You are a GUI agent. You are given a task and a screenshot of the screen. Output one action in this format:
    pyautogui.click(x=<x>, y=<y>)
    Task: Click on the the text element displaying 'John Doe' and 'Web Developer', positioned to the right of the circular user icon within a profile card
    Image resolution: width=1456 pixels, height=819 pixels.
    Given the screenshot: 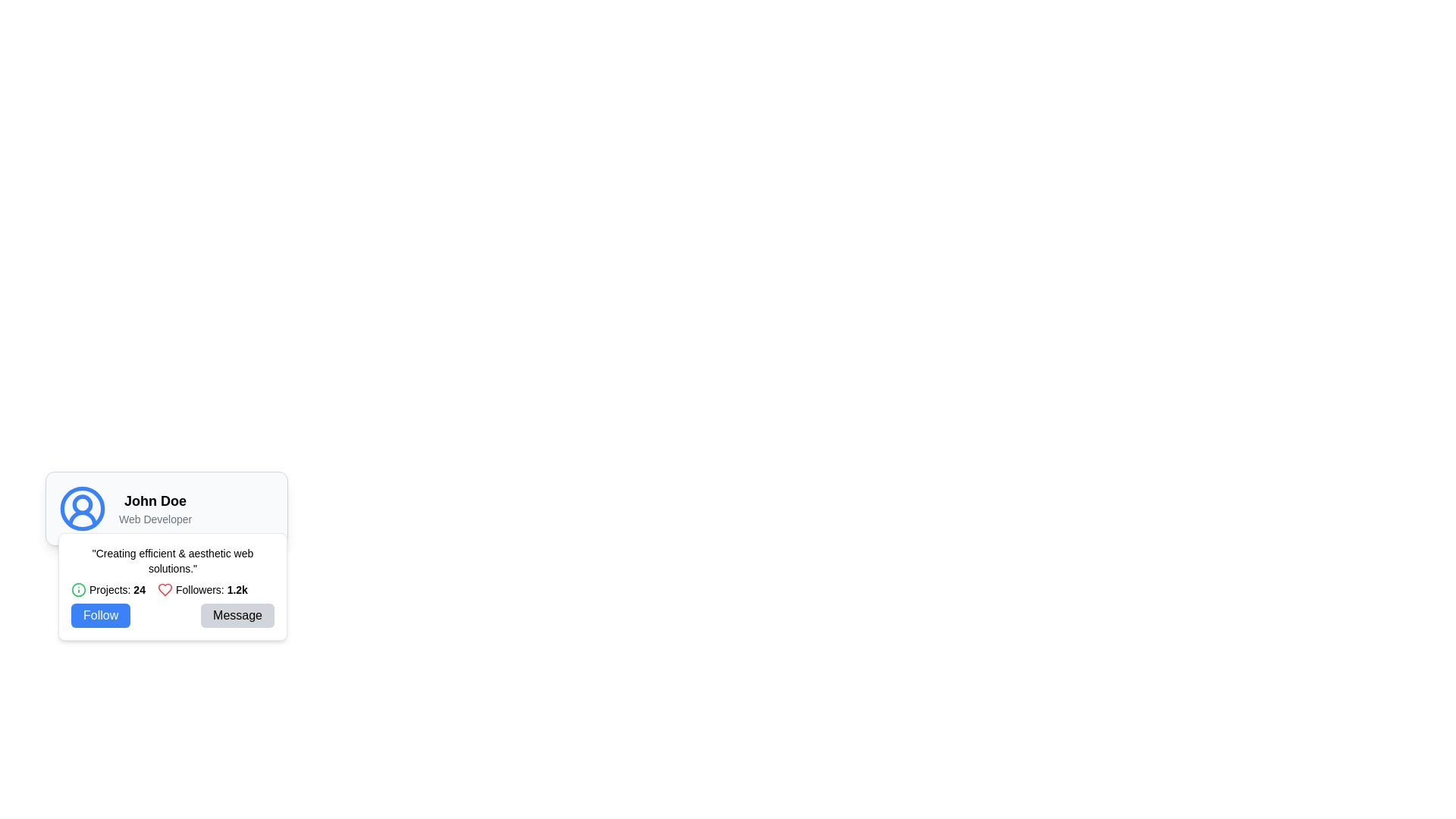 What is the action you would take?
    pyautogui.click(x=155, y=509)
    